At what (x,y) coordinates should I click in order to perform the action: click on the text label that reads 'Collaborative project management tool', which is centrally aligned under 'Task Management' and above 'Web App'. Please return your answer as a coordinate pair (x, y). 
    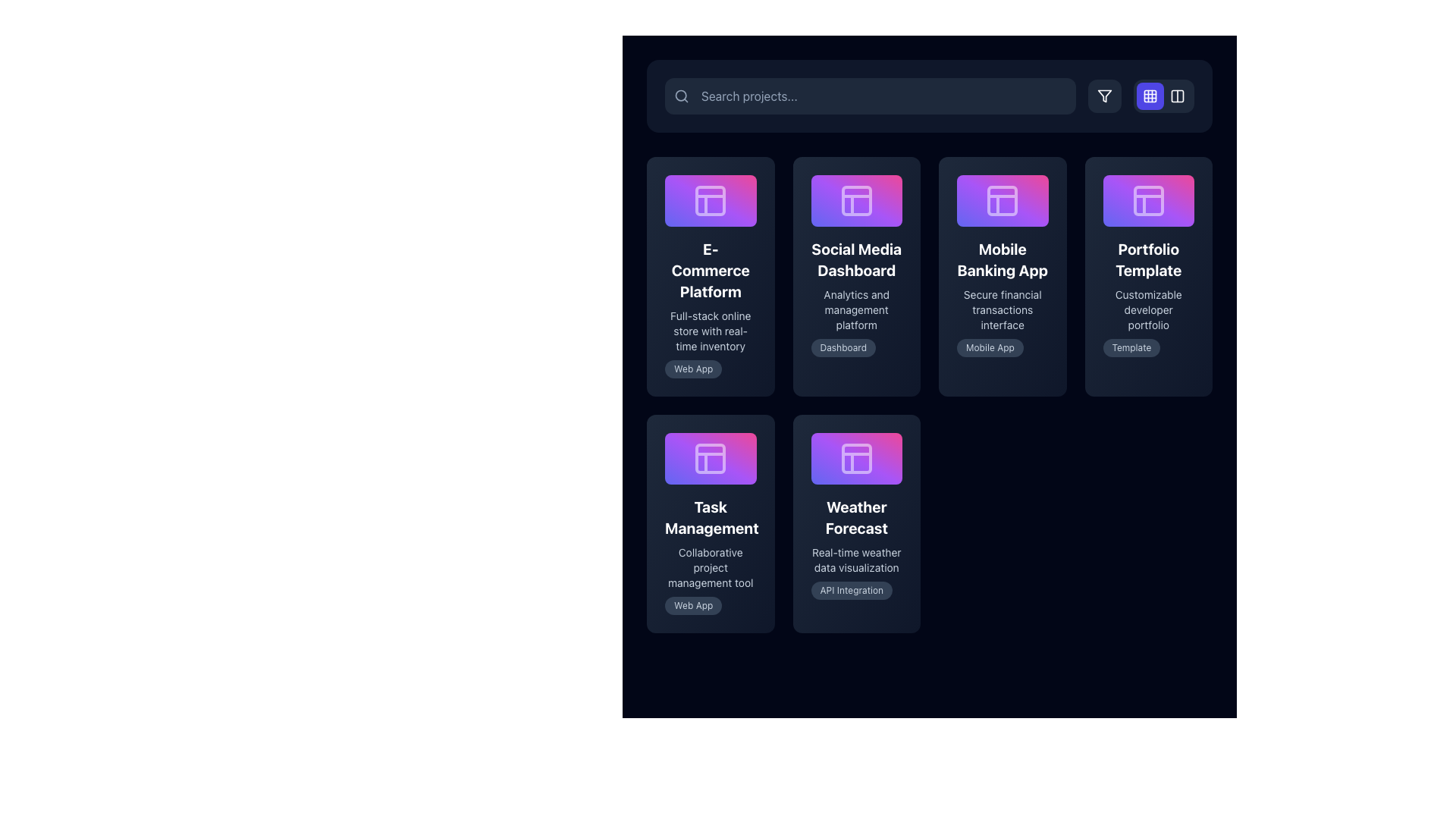
    Looking at the image, I should click on (710, 567).